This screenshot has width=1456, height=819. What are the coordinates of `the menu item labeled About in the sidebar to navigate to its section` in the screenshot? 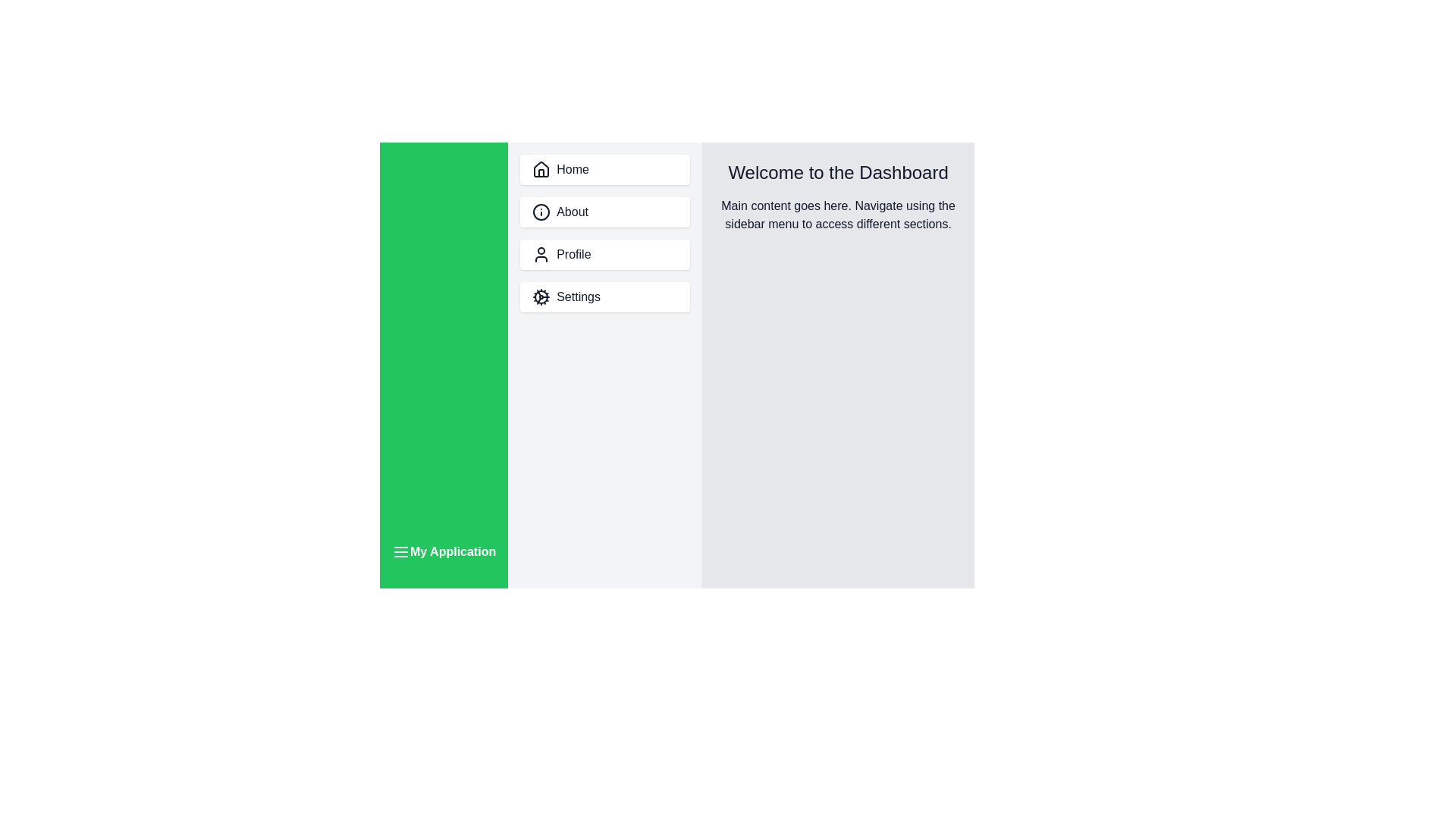 It's located at (604, 212).